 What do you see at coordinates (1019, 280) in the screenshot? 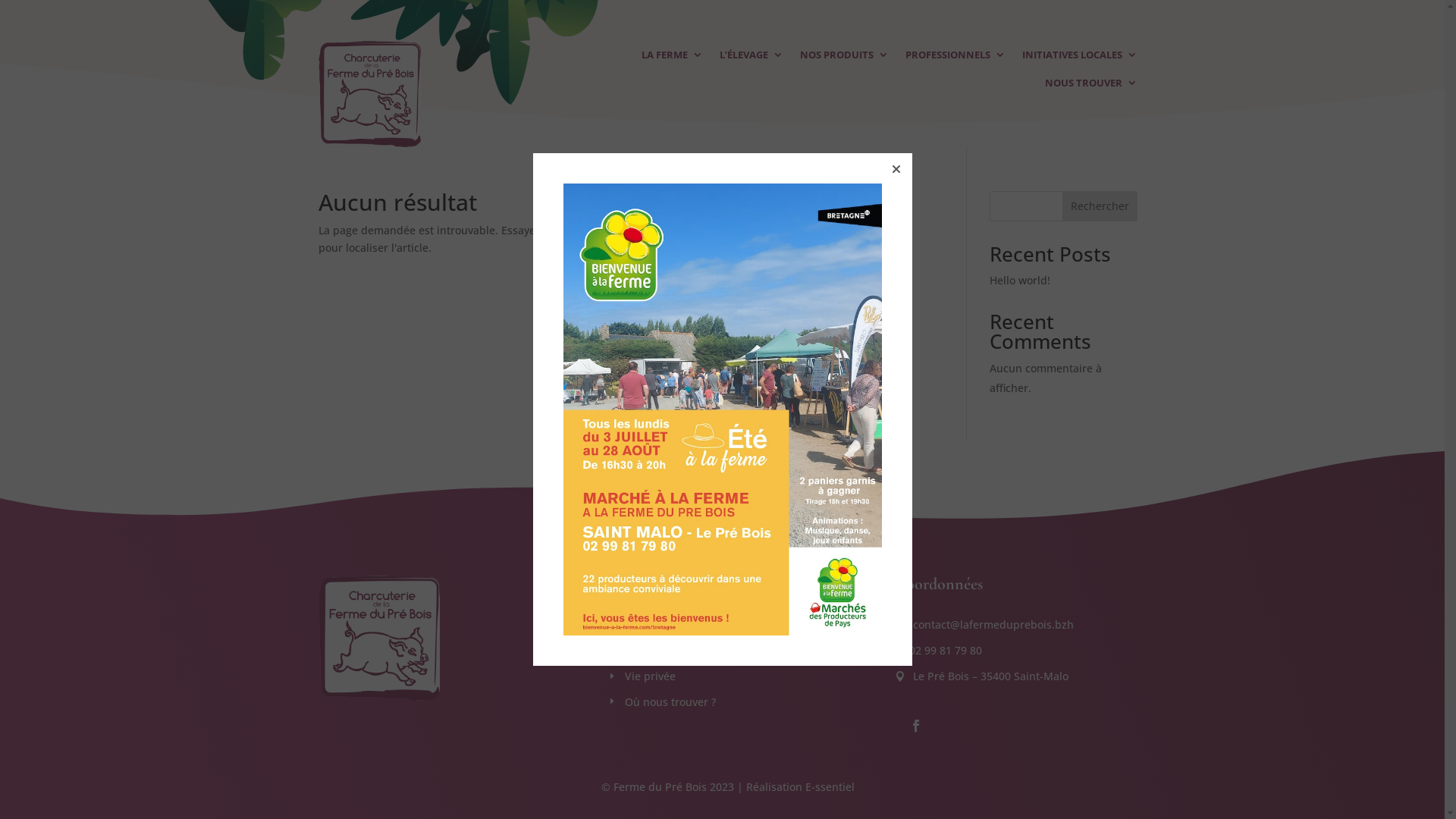
I see `'Hello world!'` at bounding box center [1019, 280].